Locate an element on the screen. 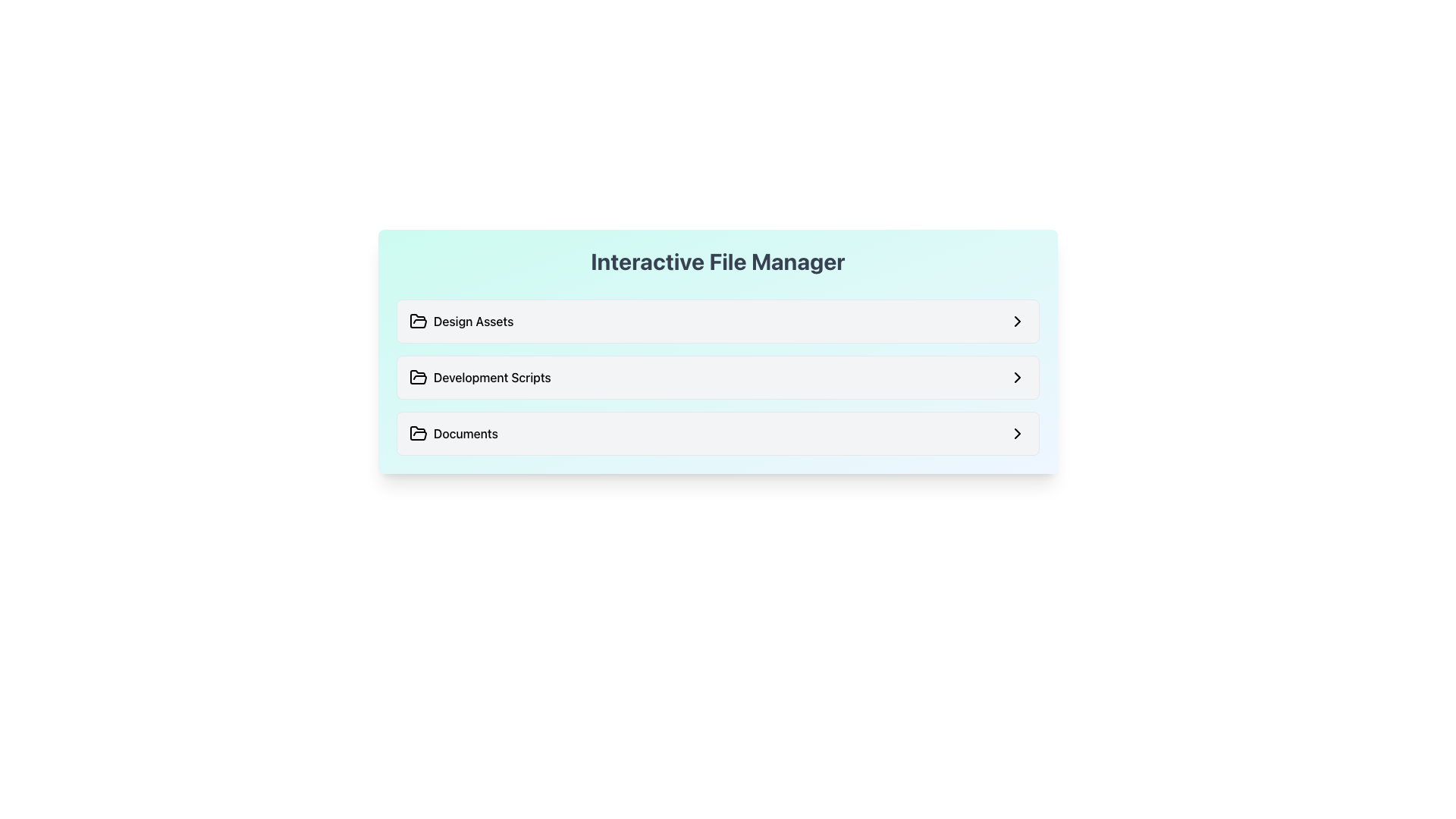  the 'Design Assets' label element in the file manager interface is located at coordinates (460, 321).